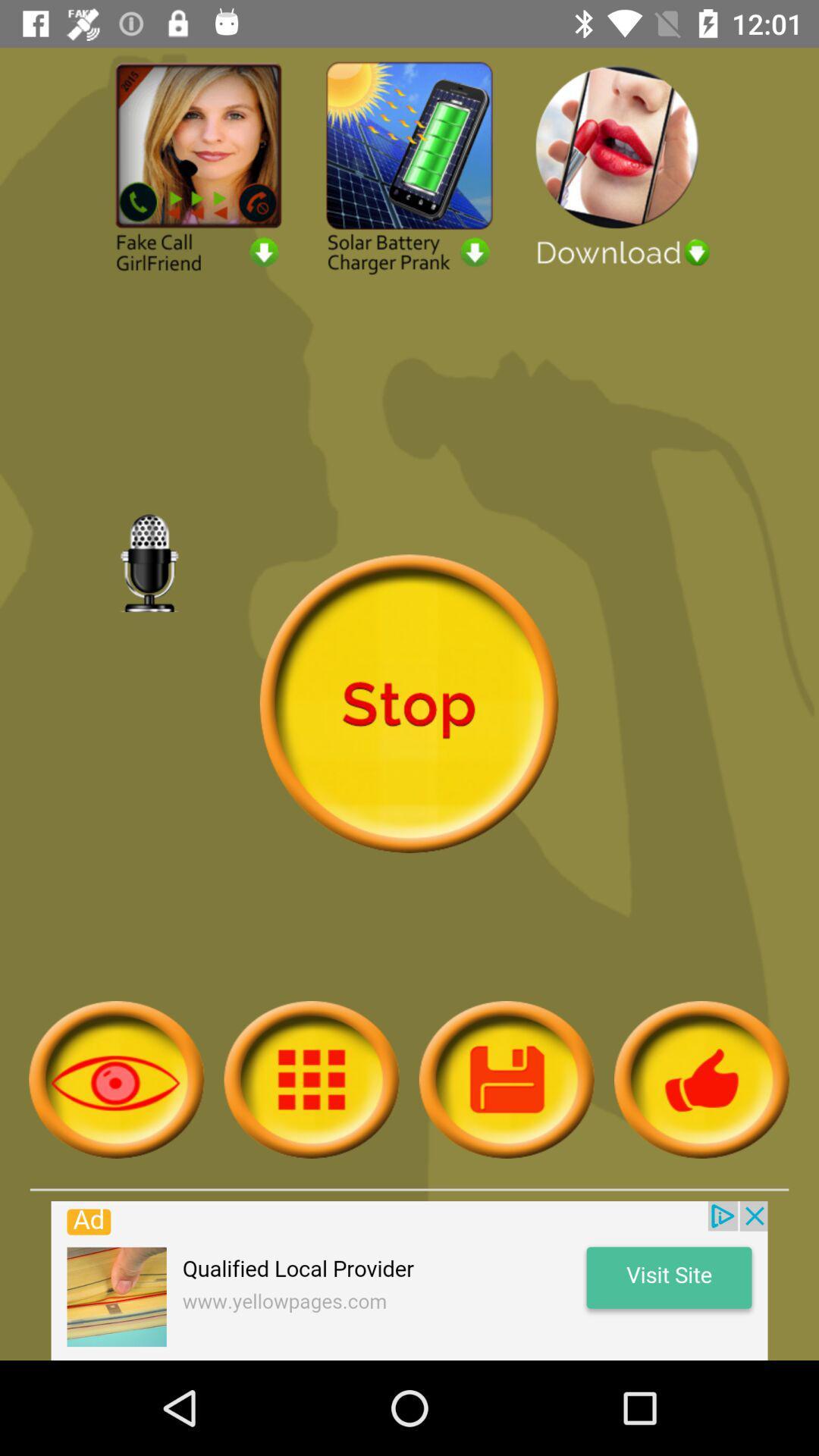  Describe the element at coordinates (408, 703) in the screenshot. I see `stop` at that location.